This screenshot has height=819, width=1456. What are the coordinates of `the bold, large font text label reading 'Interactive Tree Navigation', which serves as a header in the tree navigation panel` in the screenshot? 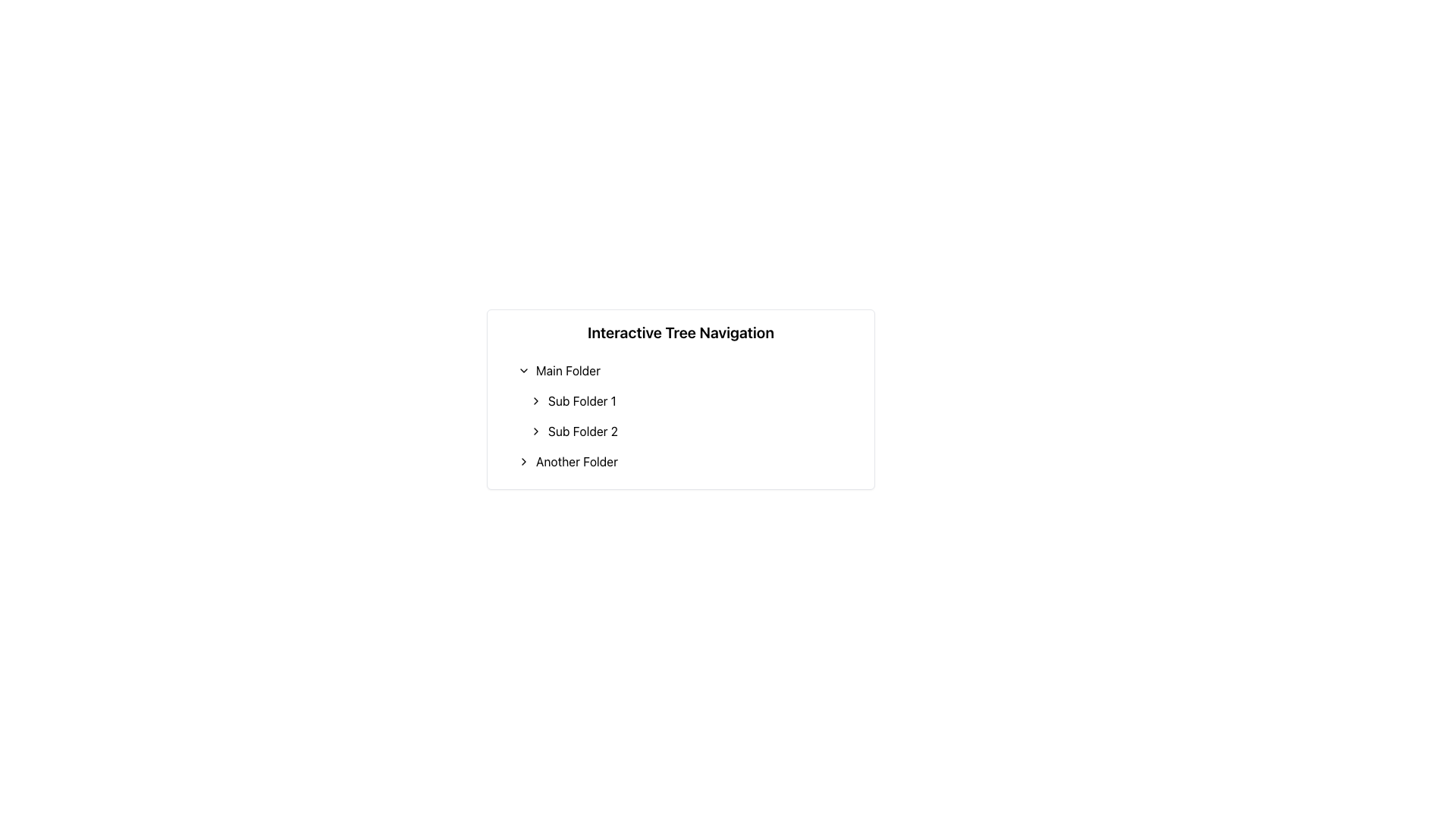 It's located at (679, 332).